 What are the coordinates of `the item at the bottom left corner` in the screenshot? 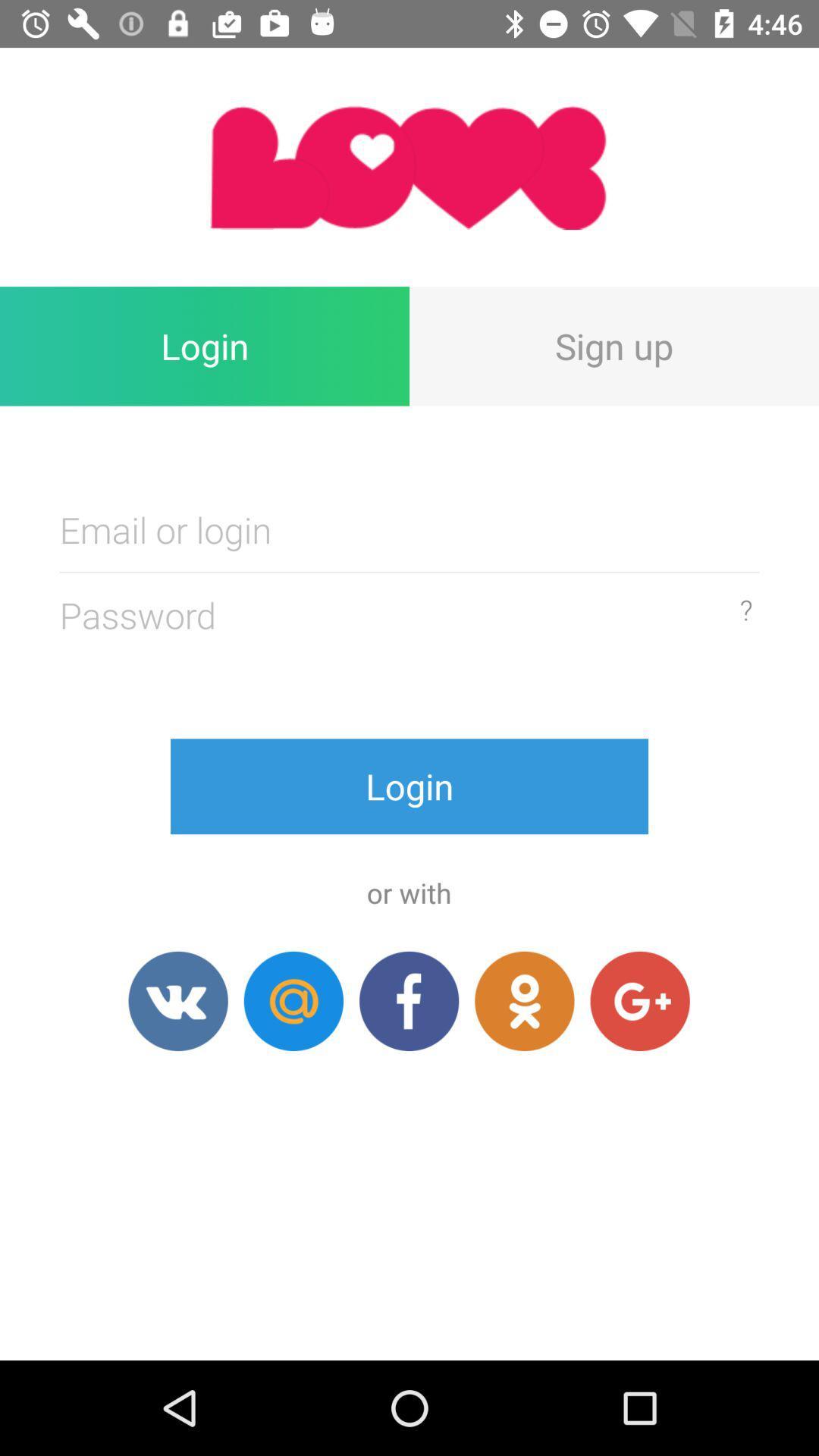 It's located at (177, 1001).